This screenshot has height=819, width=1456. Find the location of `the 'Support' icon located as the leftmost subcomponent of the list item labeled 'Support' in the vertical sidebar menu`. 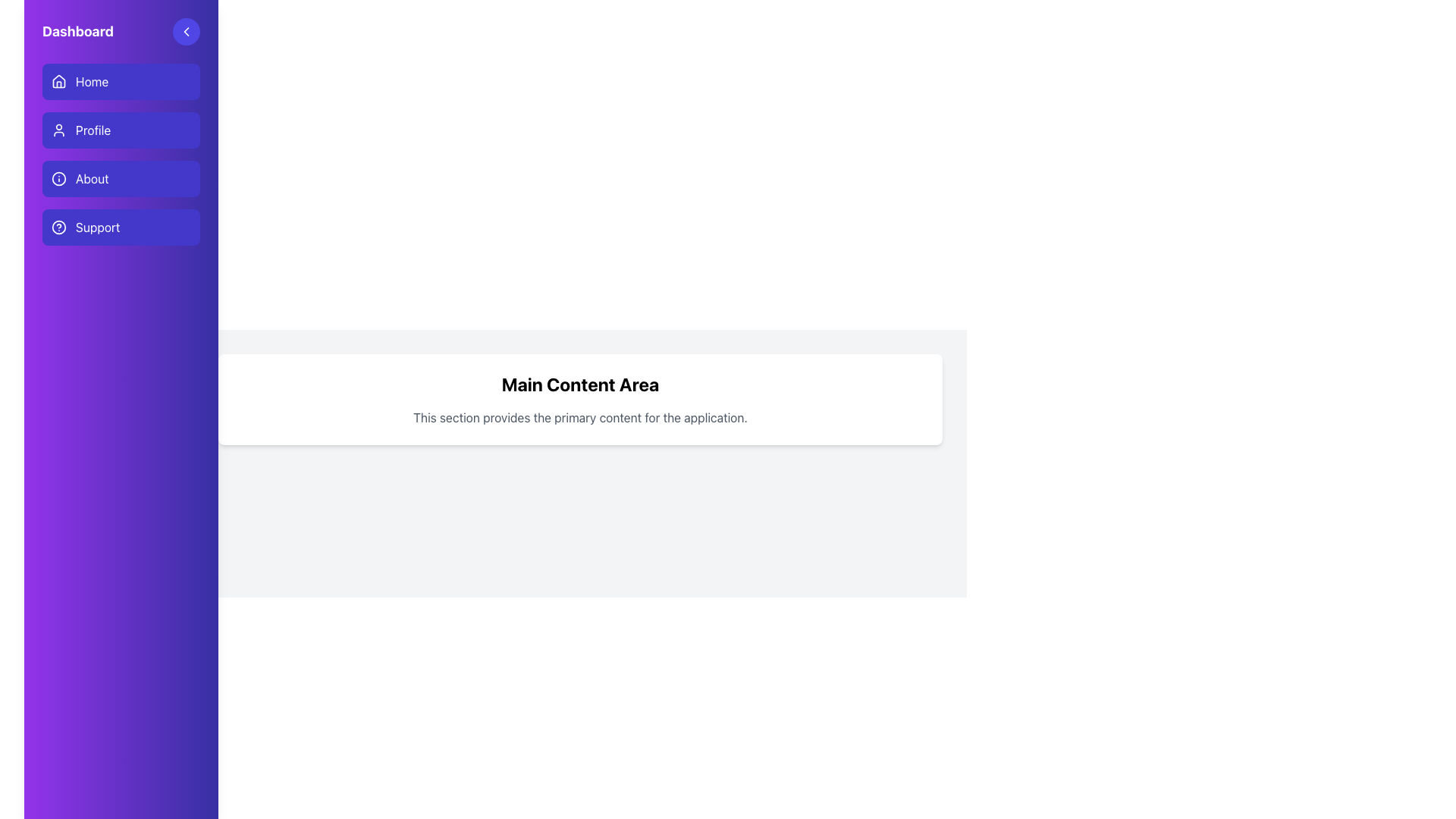

the 'Support' icon located as the leftmost subcomponent of the list item labeled 'Support' in the vertical sidebar menu is located at coordinates (58, 227).